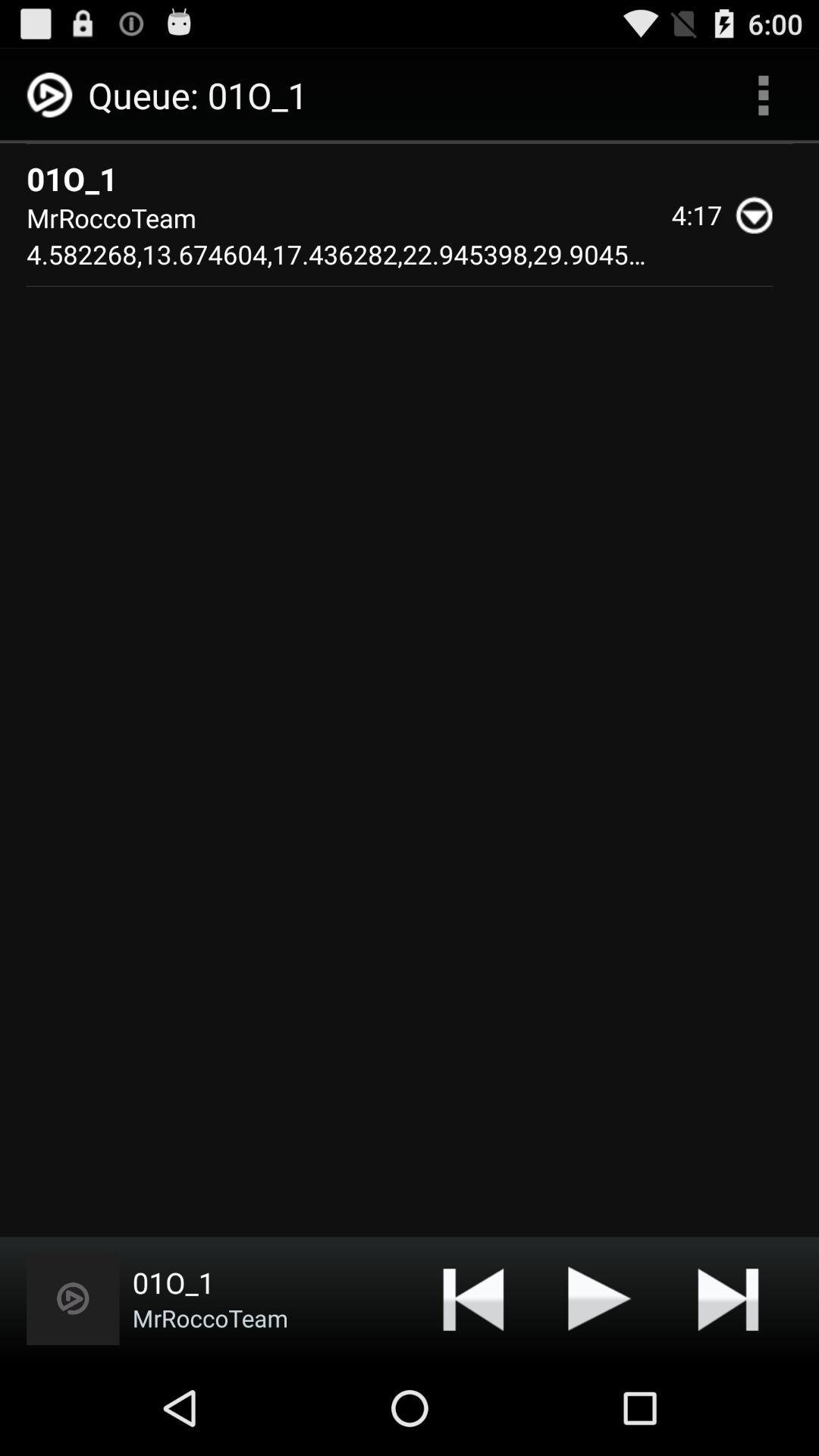 This screenshot has height=1456, width=819. Describe the element at coordinates (763, 94) in the screenshot. I see `the app to the right of 01o_1 app` at that location.